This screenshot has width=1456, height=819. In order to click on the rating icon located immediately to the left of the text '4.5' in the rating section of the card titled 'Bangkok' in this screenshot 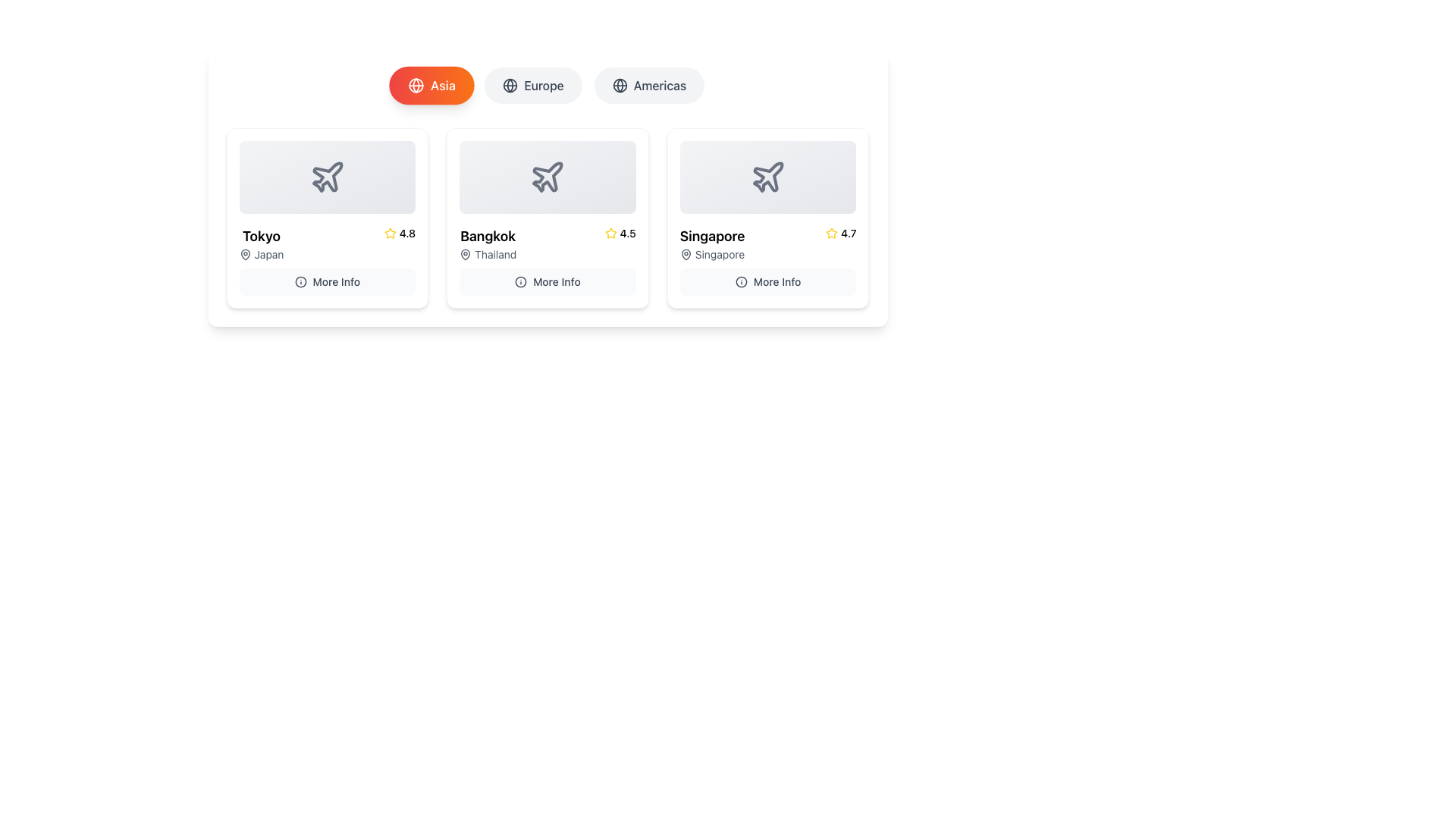, I will do `click(610, 234)`.